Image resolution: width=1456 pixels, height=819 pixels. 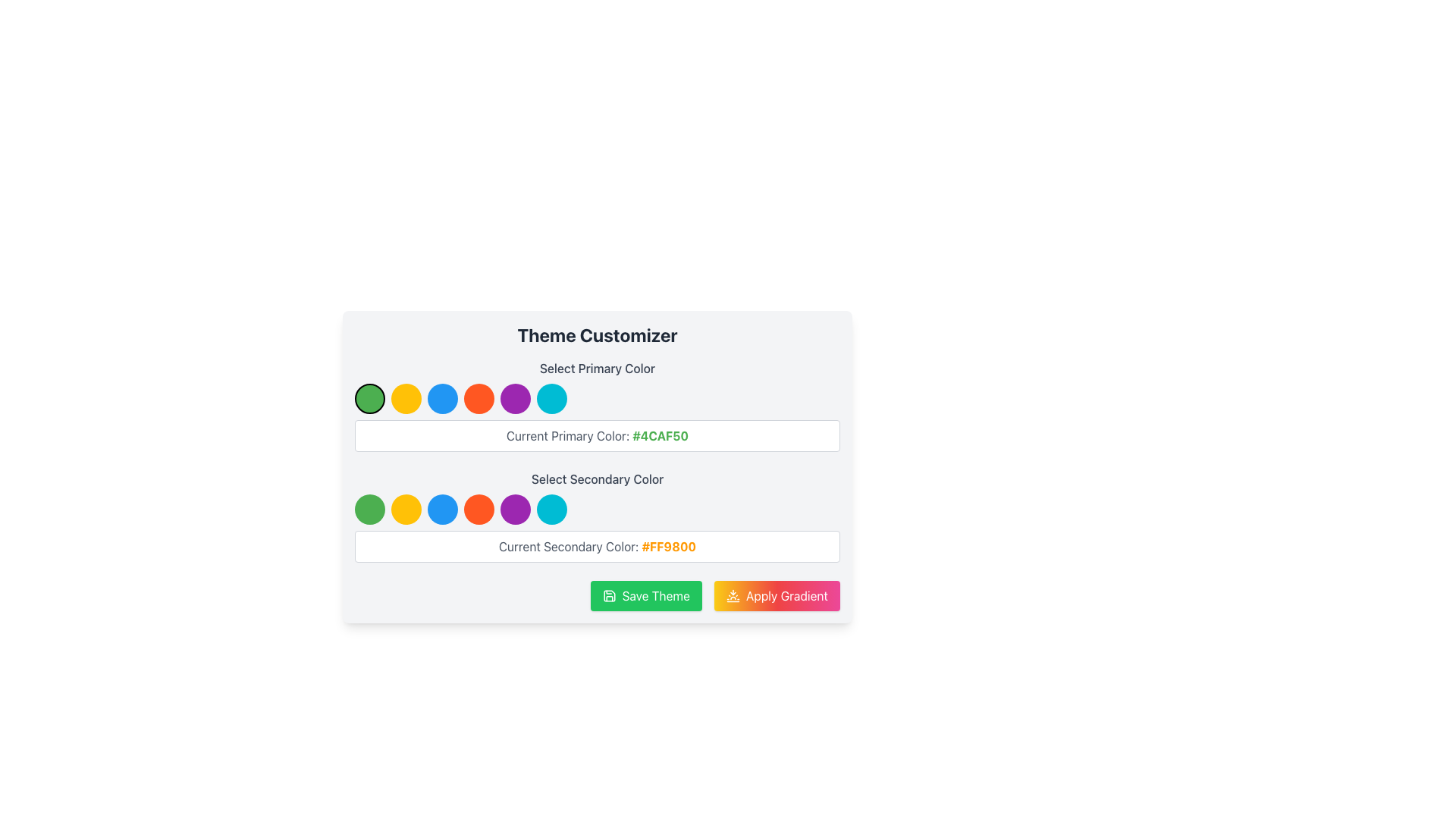 What do you see at coordinates (442, 509) in the screenshot?
I see `the small circular blue button, which is the third button from the left in the 'Select Secondary Color' section of the theme customizer interface` at bounding box center [442, 509].